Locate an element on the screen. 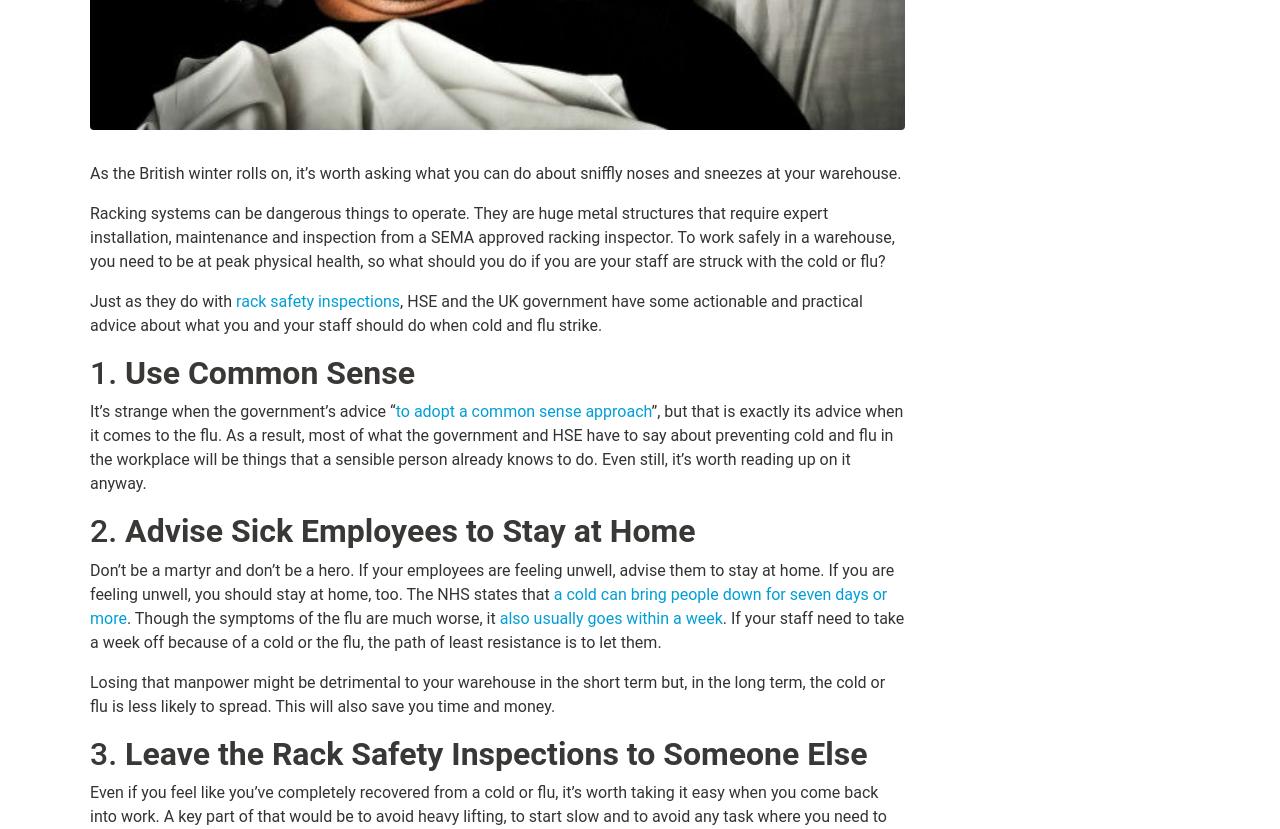  'rack safety inspections' is located at coordinates (316, 300).